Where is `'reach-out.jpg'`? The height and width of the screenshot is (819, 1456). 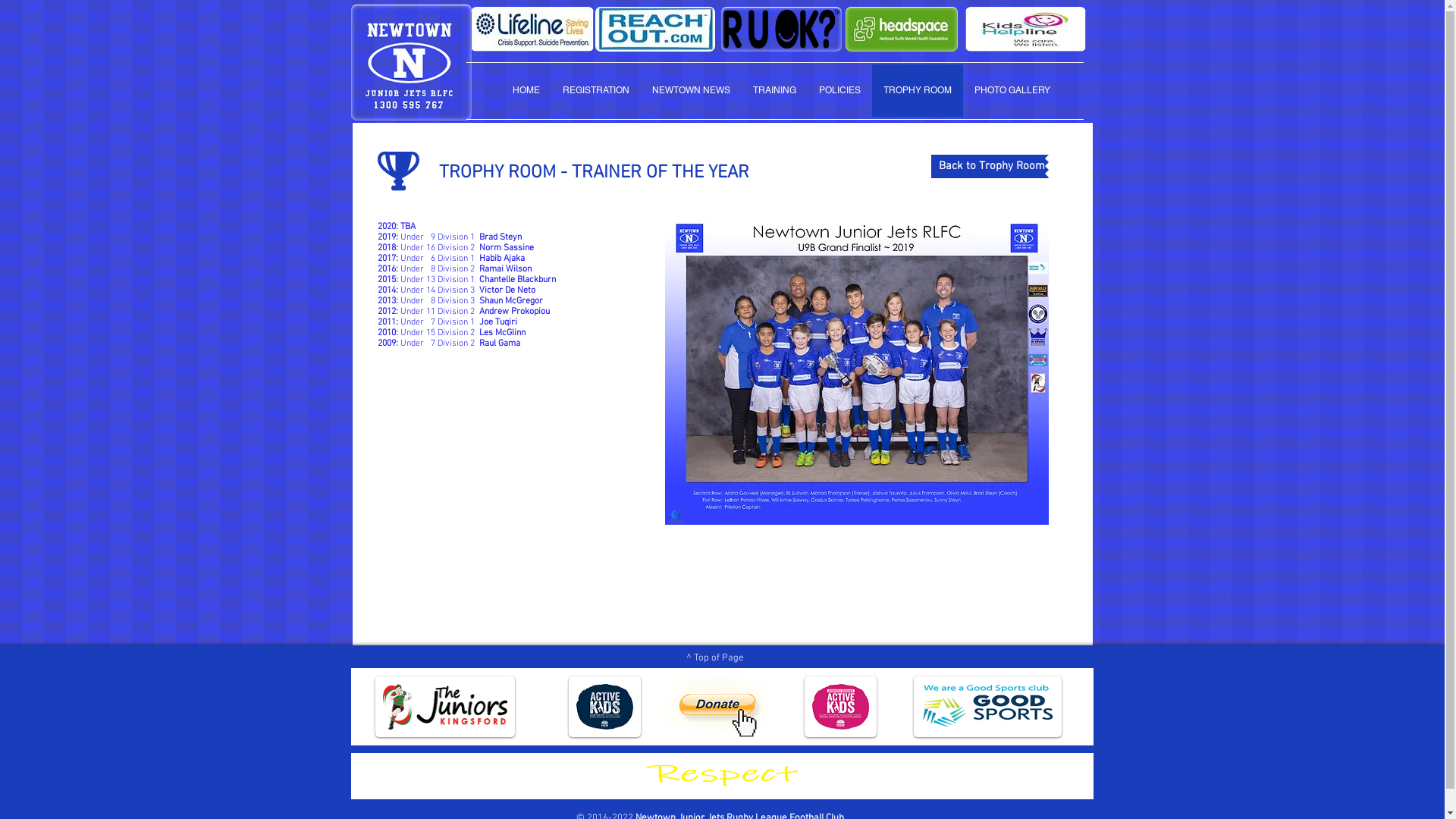
'reach-out.jpg' is located at coordinates (593, 29).